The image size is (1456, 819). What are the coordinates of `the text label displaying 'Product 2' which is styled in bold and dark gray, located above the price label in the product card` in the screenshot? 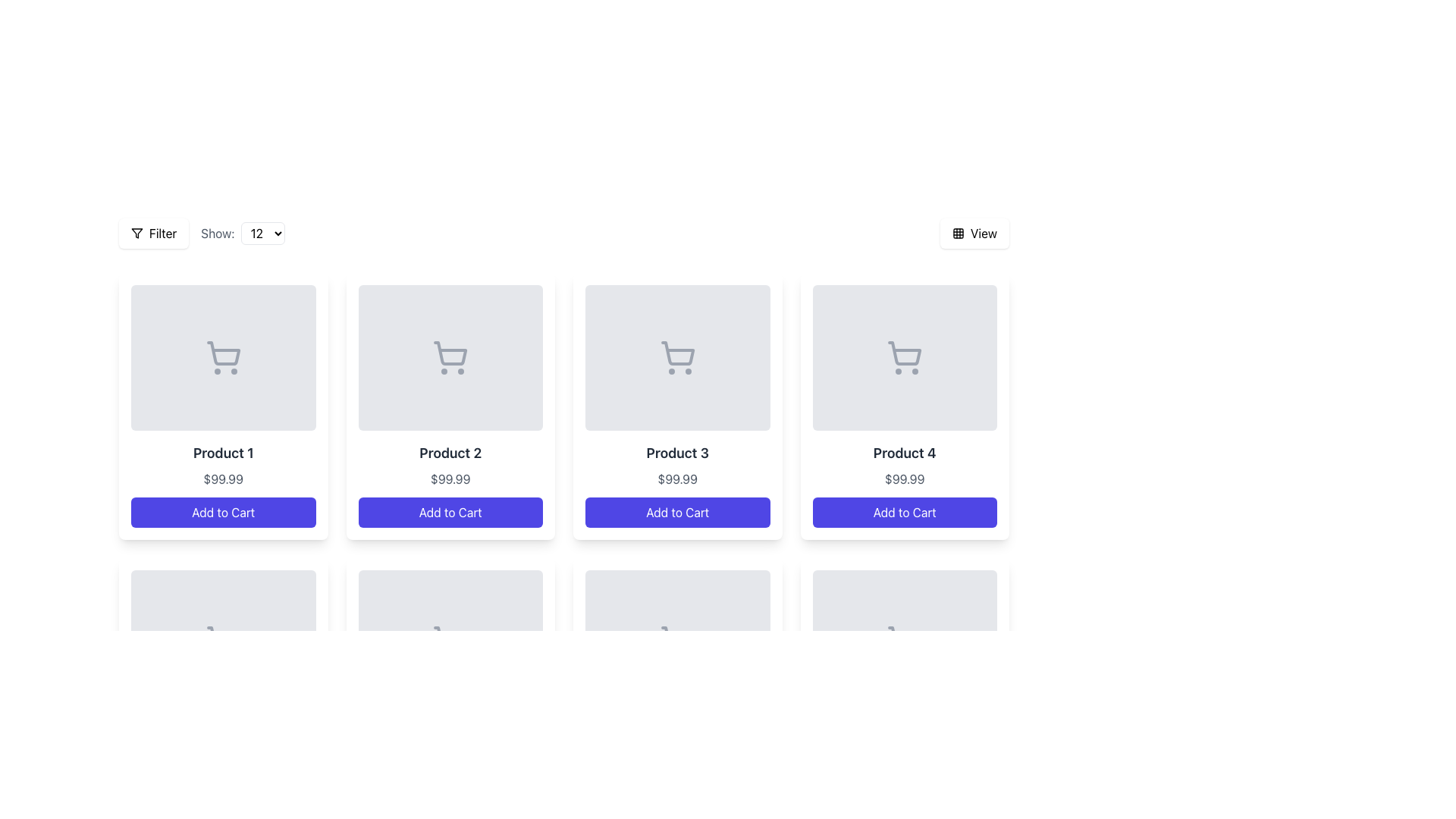 It's located at (450, 452).